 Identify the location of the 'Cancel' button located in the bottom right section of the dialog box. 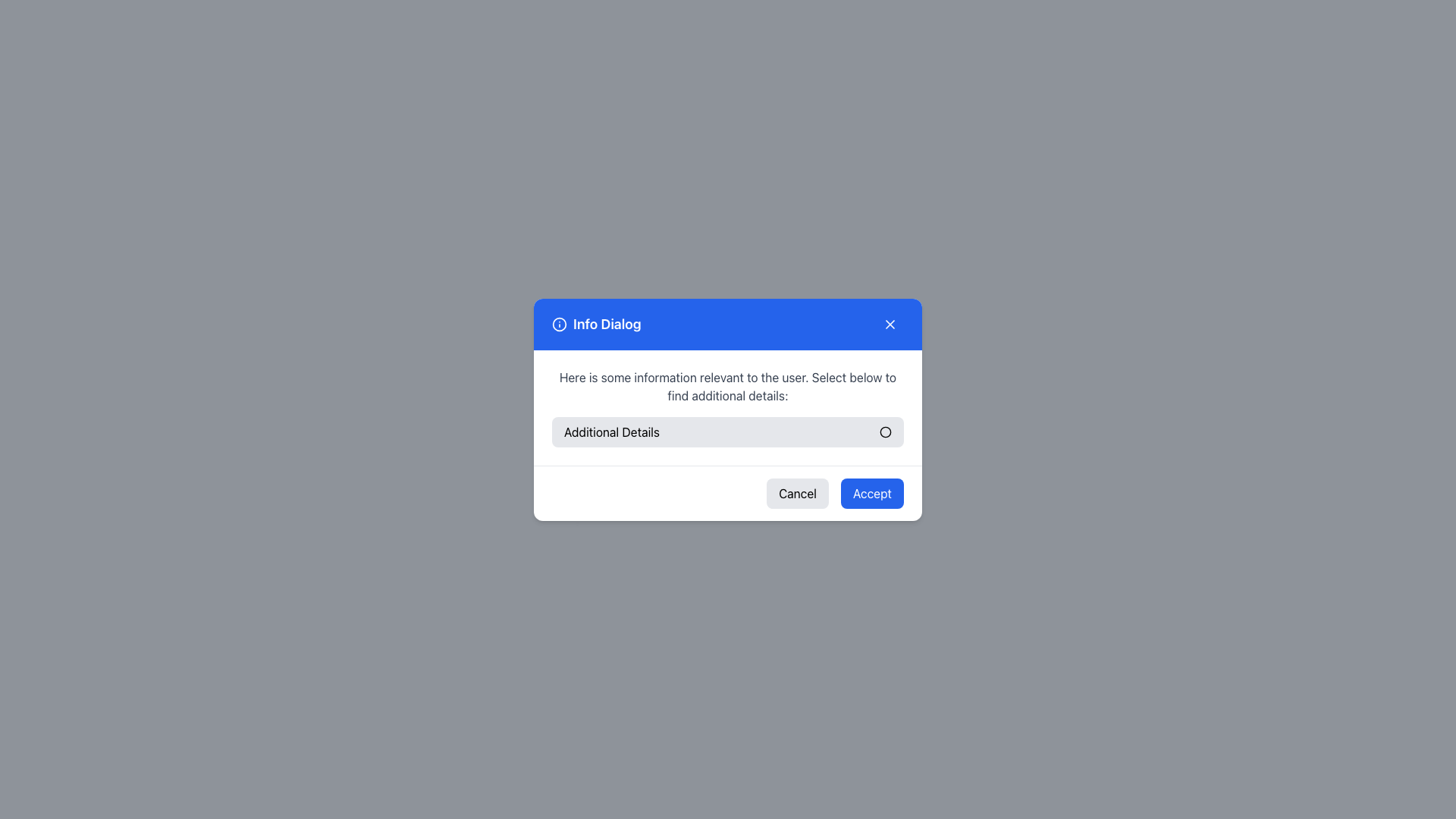
(796, 493).